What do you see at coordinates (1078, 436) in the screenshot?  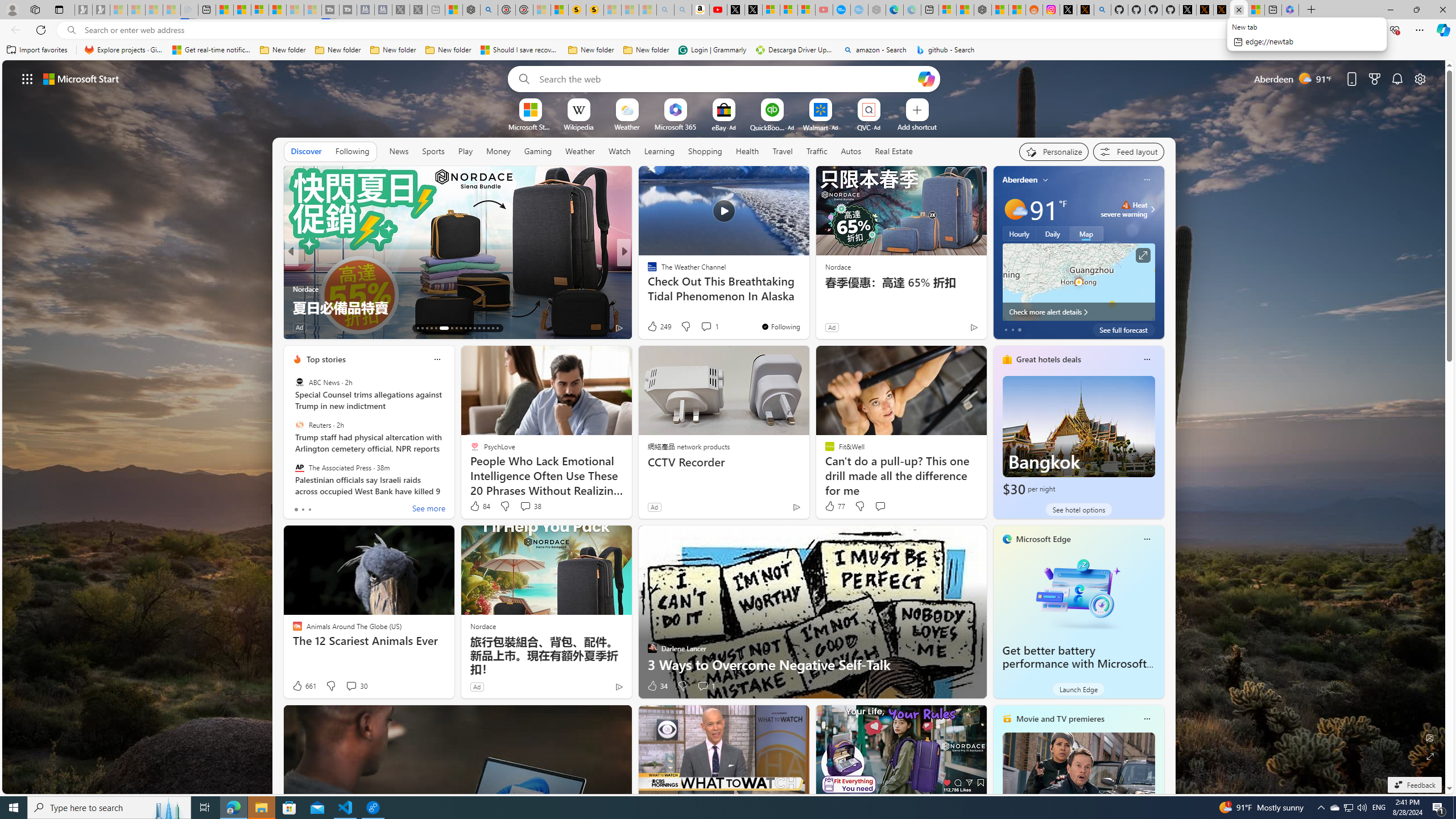 I see `'Bangkok'` at bounding box center [1078, 436].